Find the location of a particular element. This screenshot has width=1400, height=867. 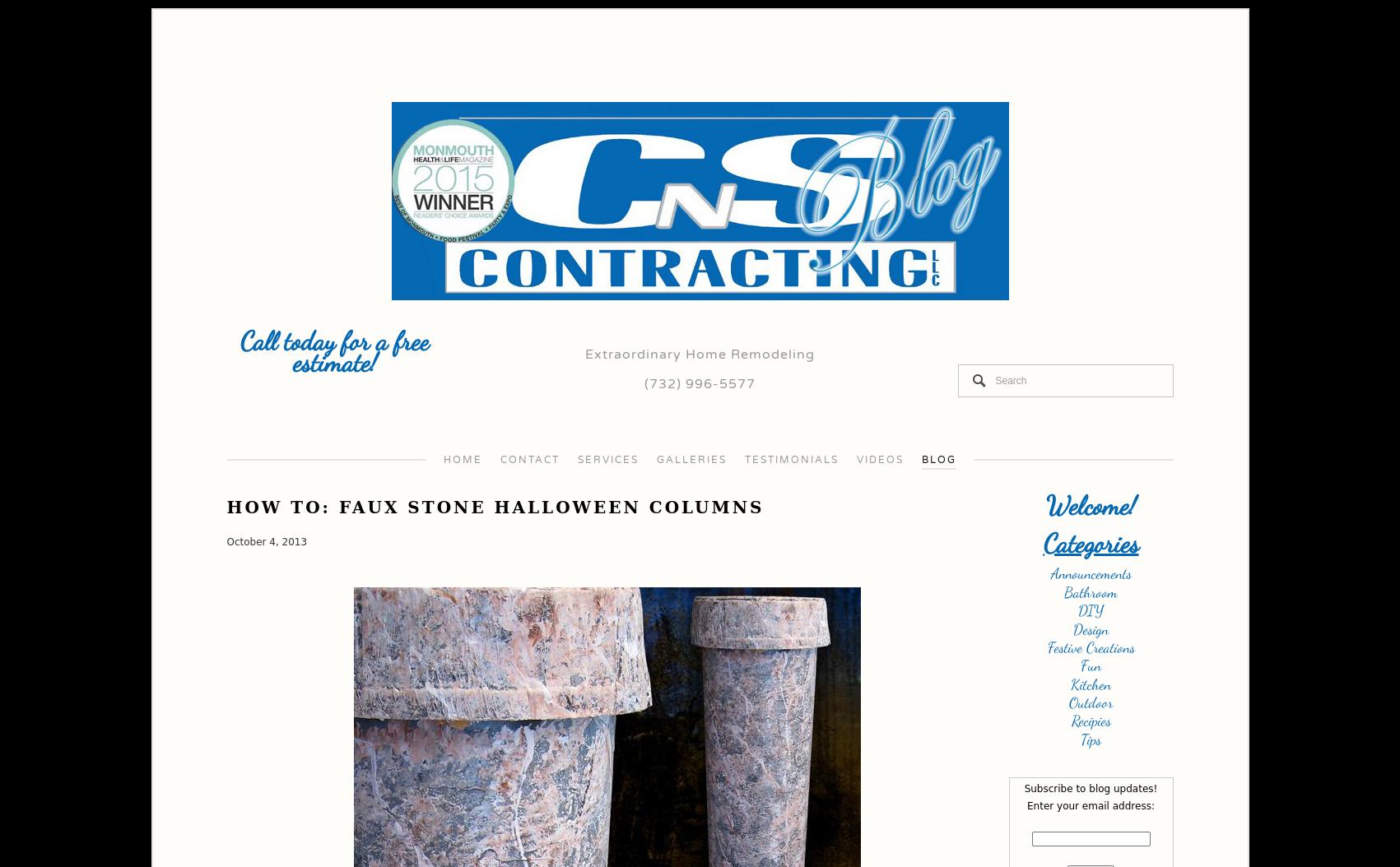

'Fun' is located at coordinates (1091, 665).